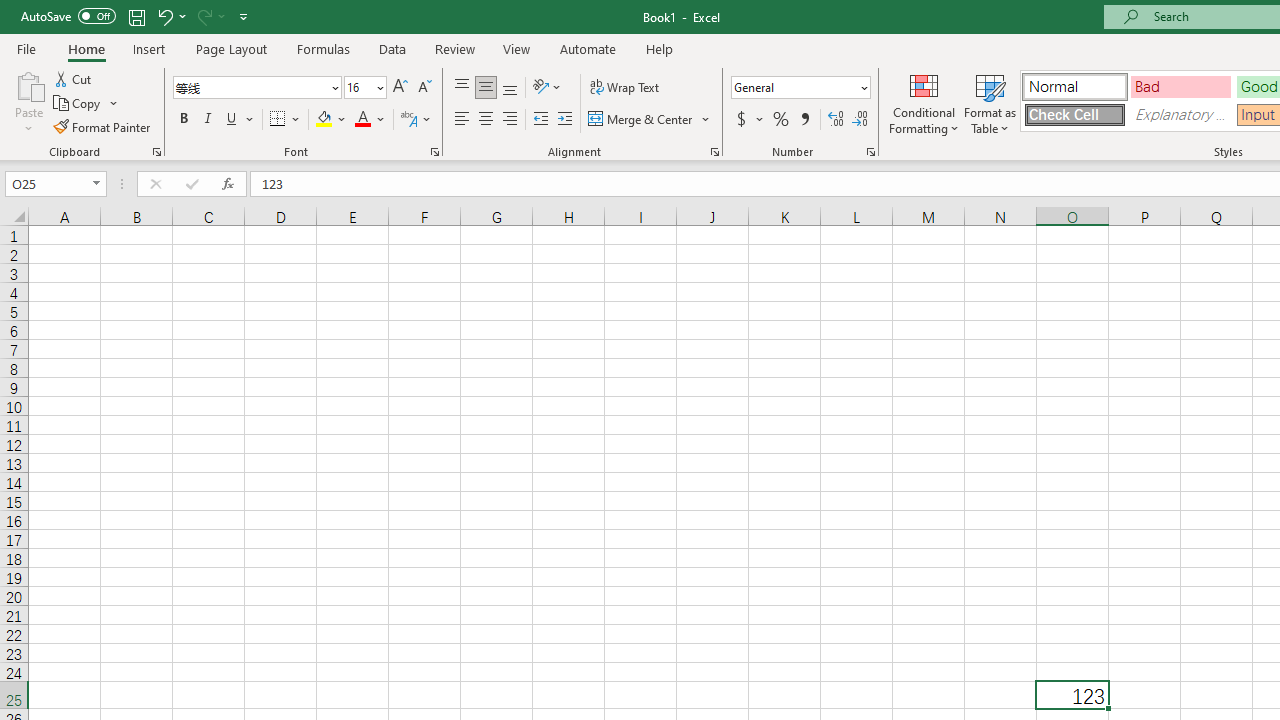  I want to click on 'Increase Font Size', so click(400, 86).